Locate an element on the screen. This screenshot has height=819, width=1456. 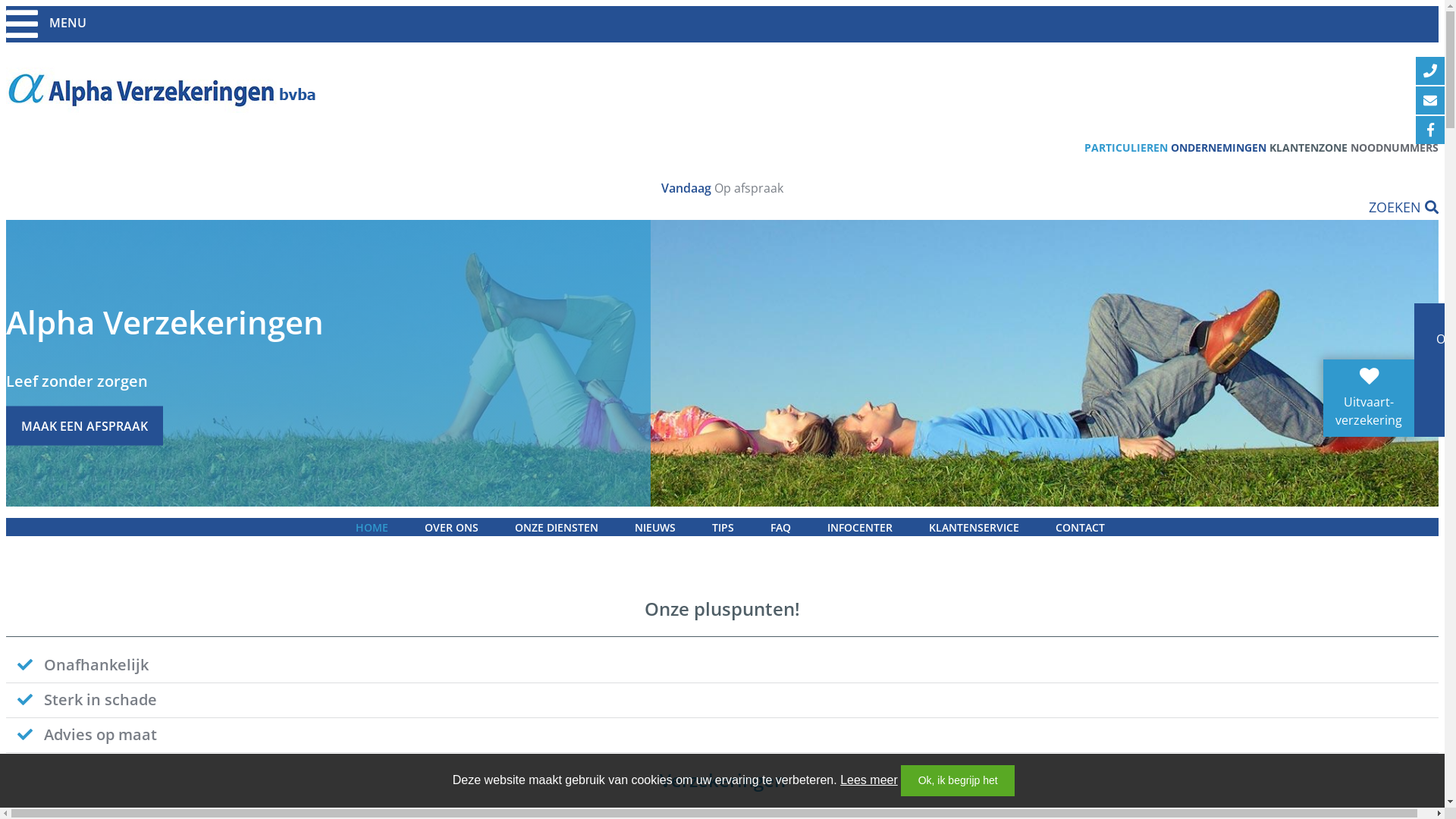
'TIPS' is located at coordinates (694, 526).